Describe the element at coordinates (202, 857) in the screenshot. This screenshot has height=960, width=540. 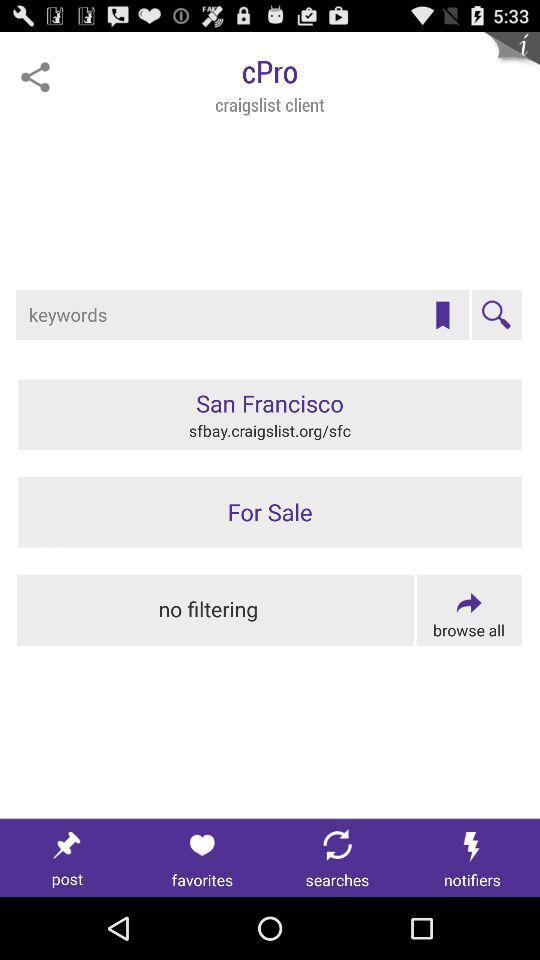
I see `because back devicer` at that location.